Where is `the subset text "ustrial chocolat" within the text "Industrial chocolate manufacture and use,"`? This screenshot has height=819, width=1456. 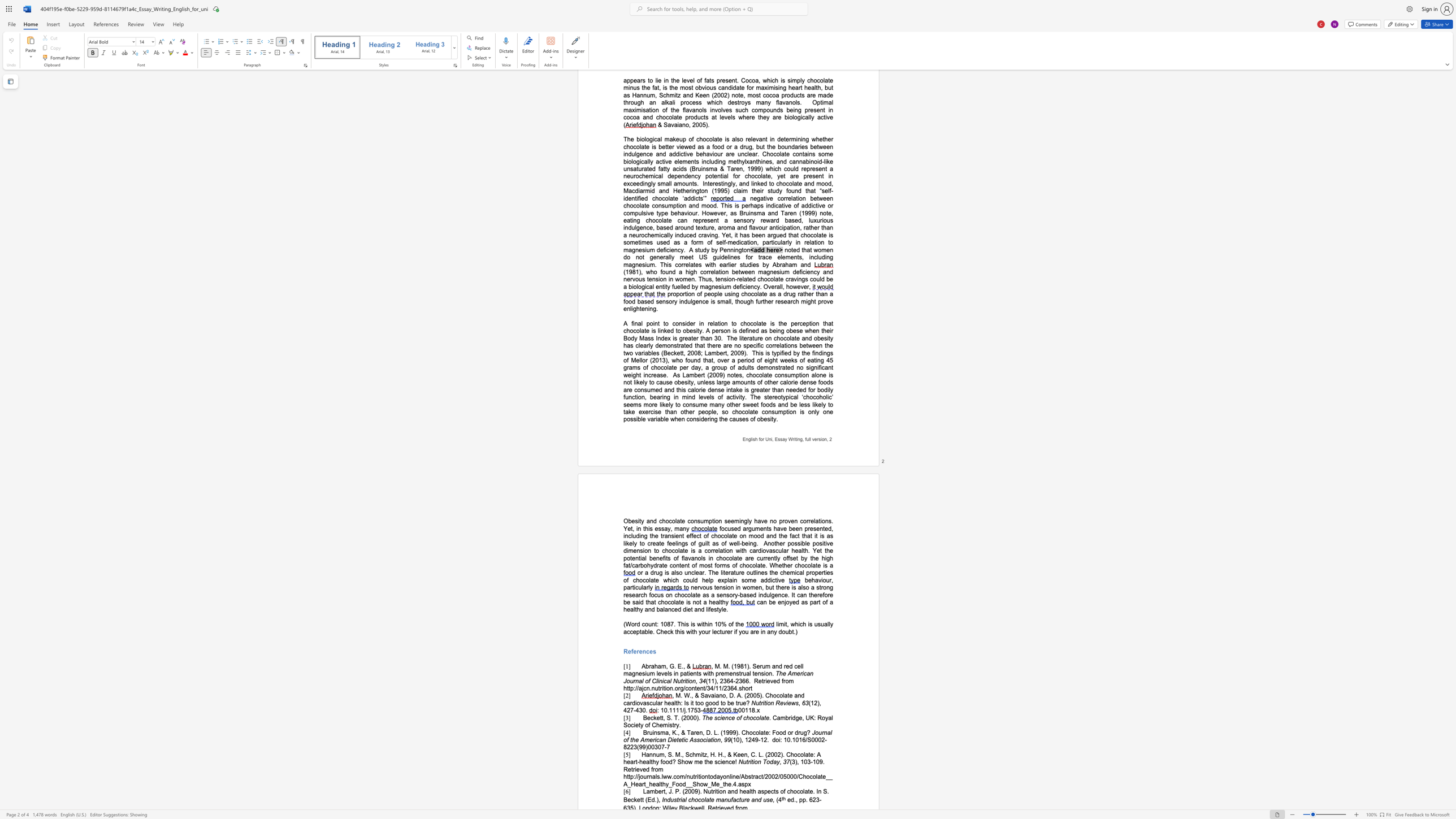 the subset text "ustrial chocolat" within the text "Industrial chocolate manufacture and use," is located at coordinates (670, 800).